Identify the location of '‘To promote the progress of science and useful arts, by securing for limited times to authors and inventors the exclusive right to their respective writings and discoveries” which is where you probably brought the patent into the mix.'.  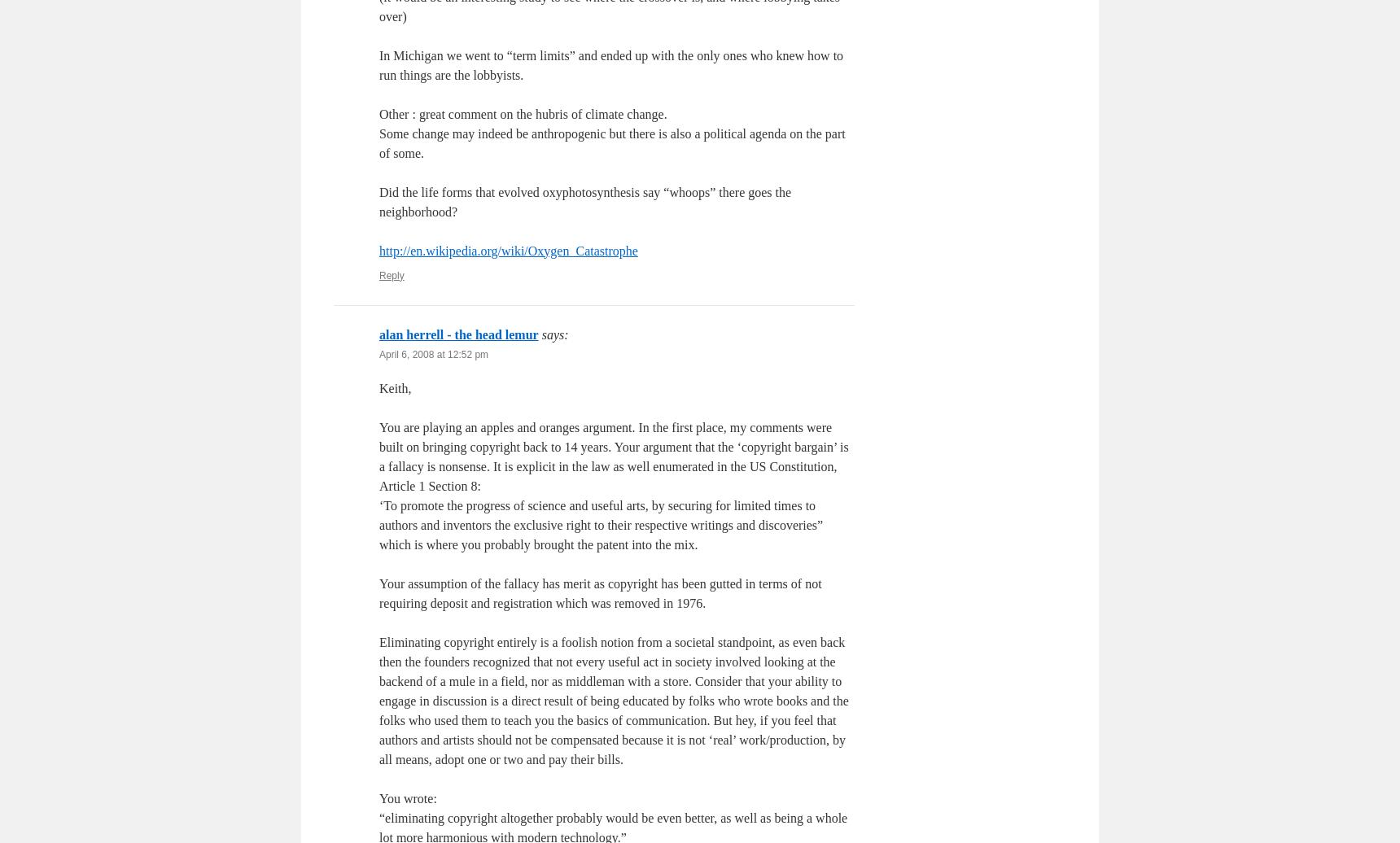
(600, 524).